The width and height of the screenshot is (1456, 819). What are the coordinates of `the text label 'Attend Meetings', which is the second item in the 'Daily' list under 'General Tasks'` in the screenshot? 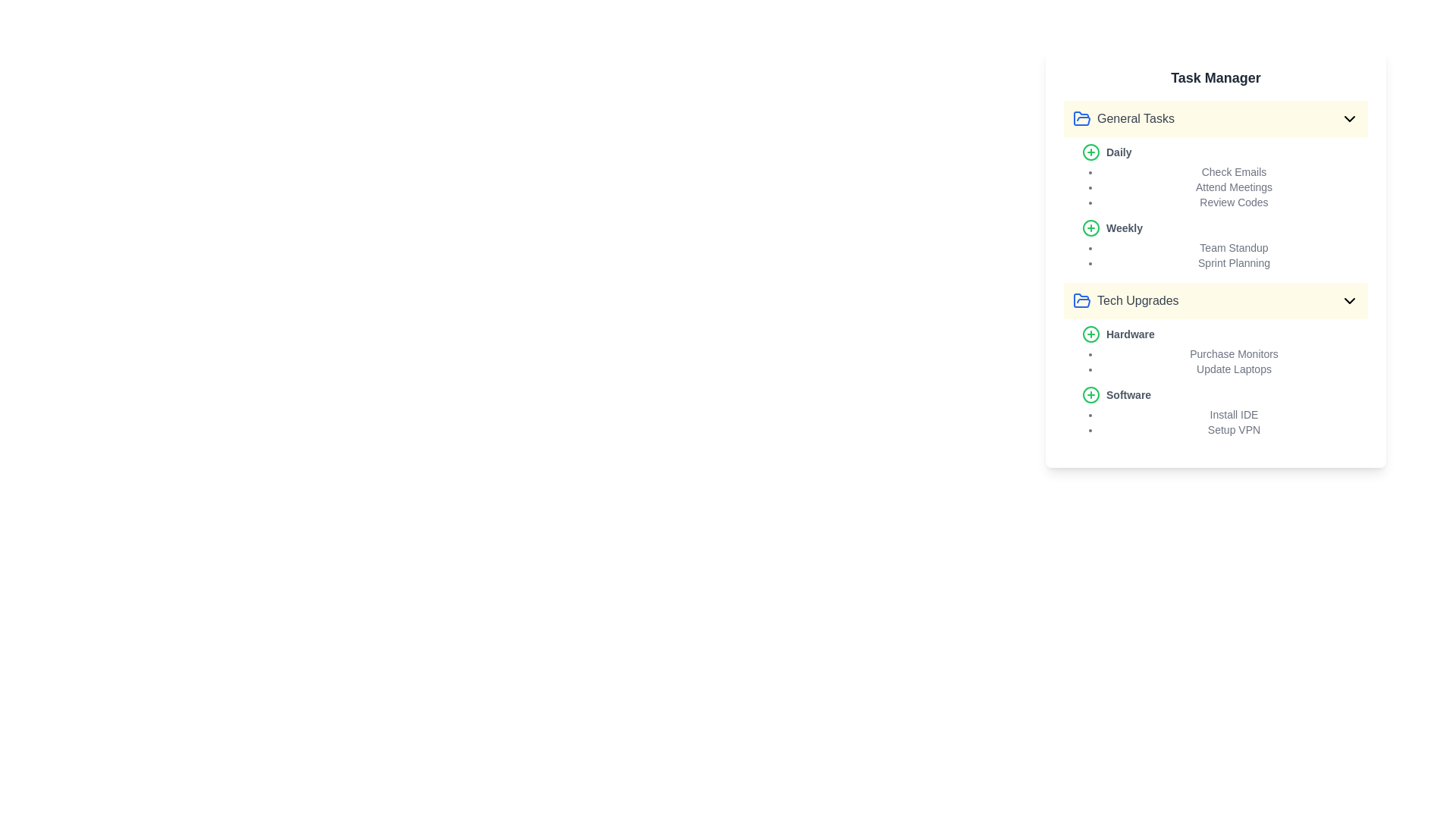 It's located at (1234, 186).